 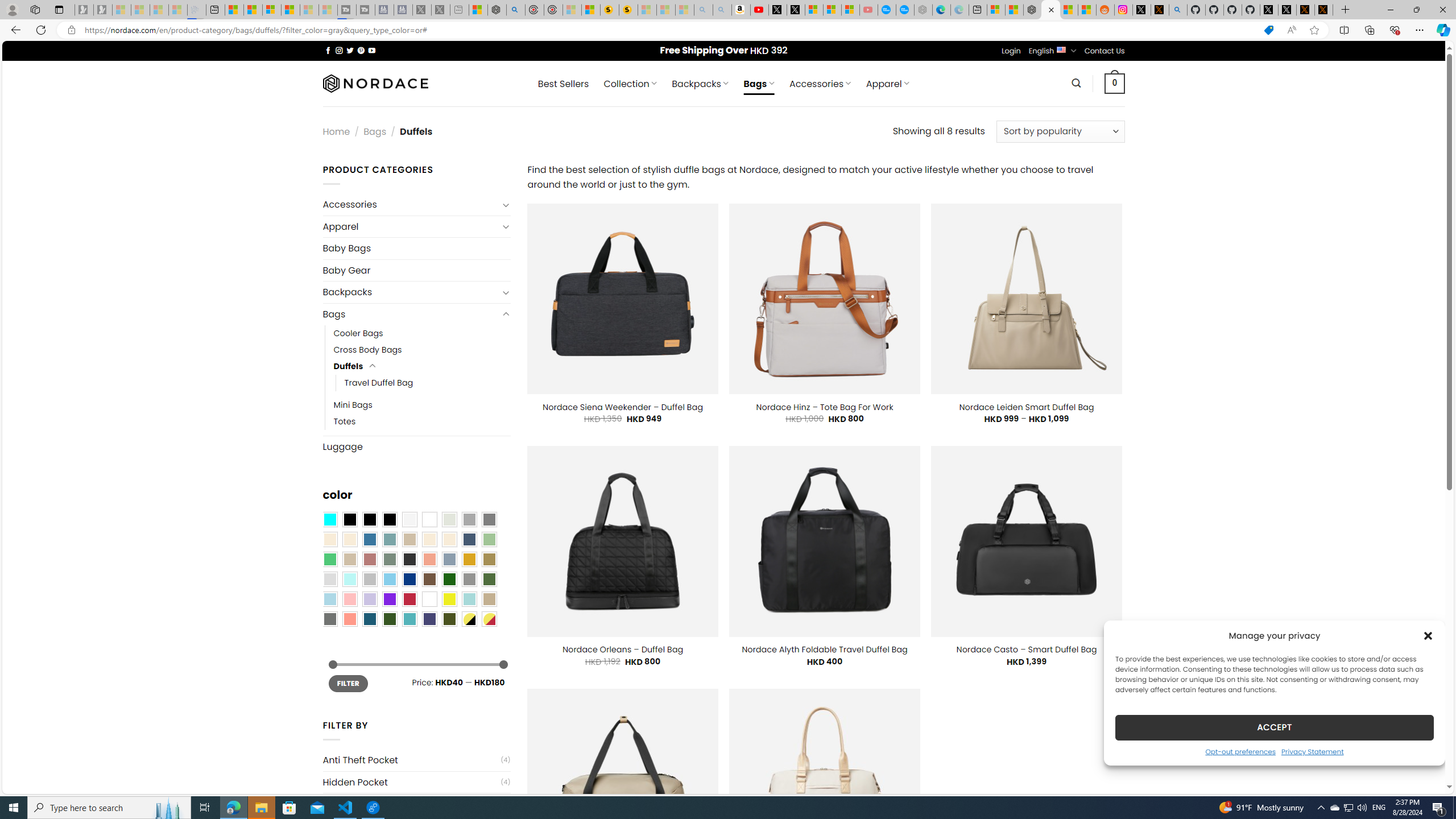 I want to click on 'Sky Blue', so click(x=389, y=579).